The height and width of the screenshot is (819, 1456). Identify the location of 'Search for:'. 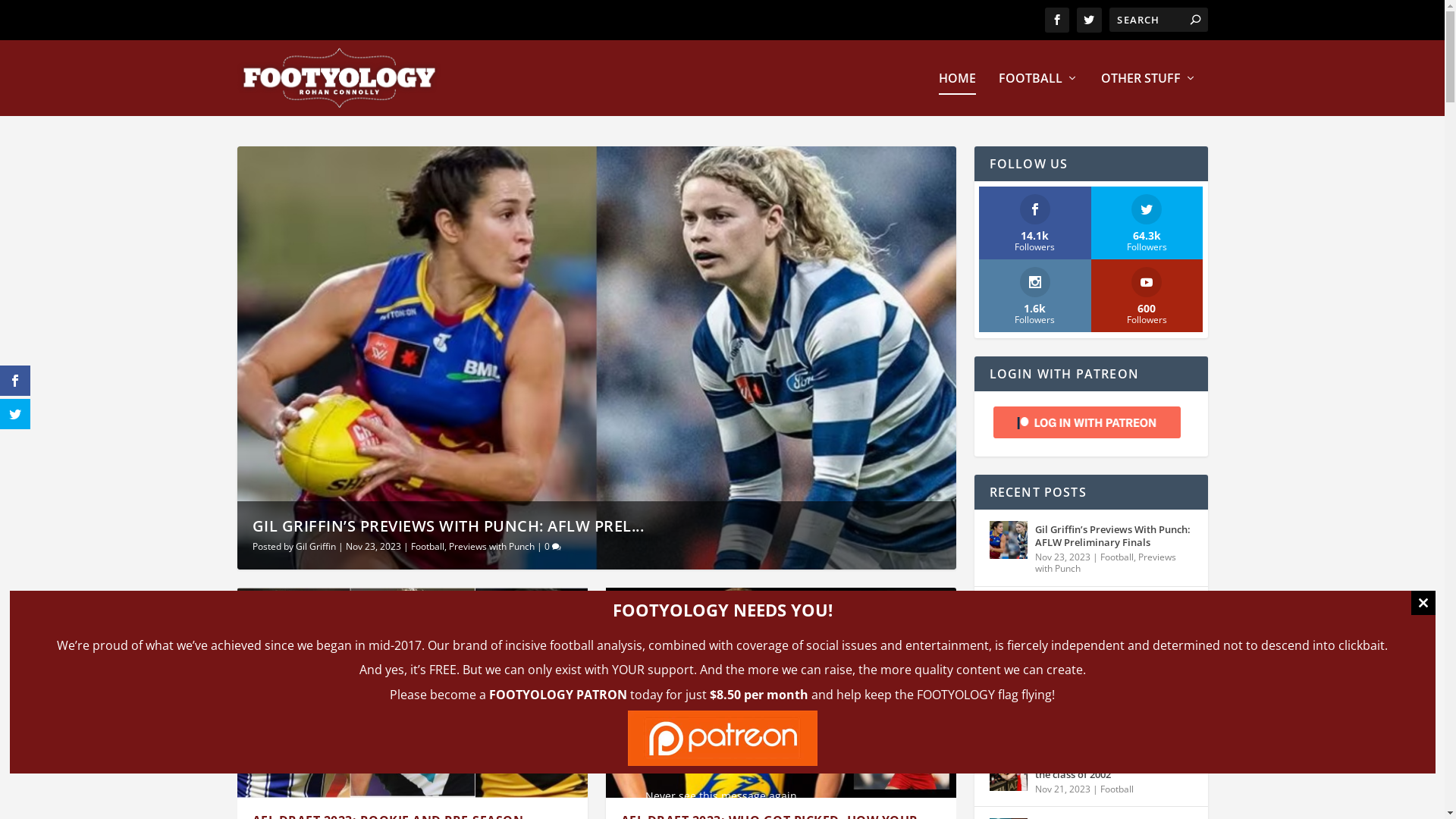
(1156, 20).